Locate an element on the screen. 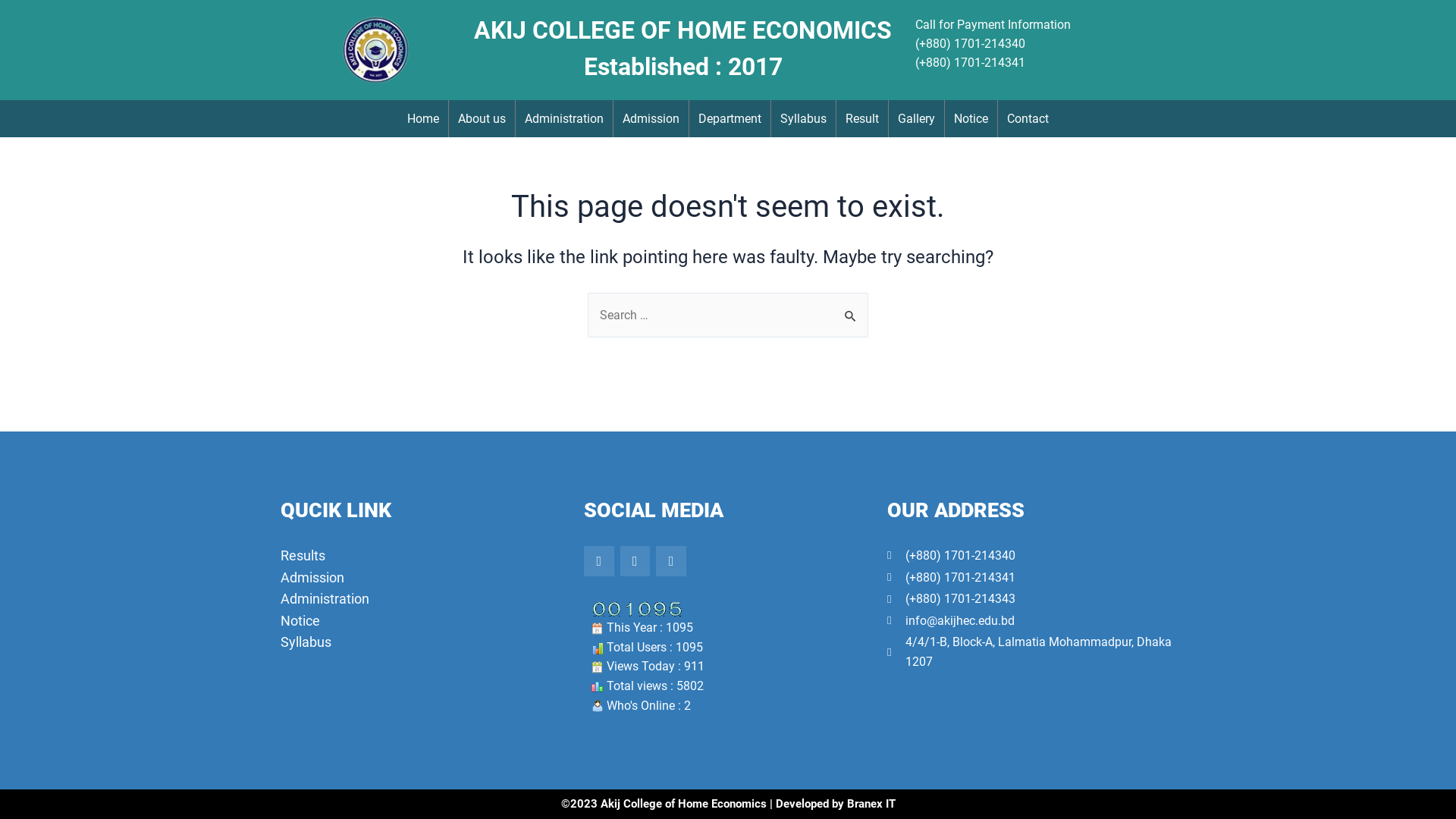 This screenshot has height=819, width=1456. 'Department' is located at coordinates (730, 118).